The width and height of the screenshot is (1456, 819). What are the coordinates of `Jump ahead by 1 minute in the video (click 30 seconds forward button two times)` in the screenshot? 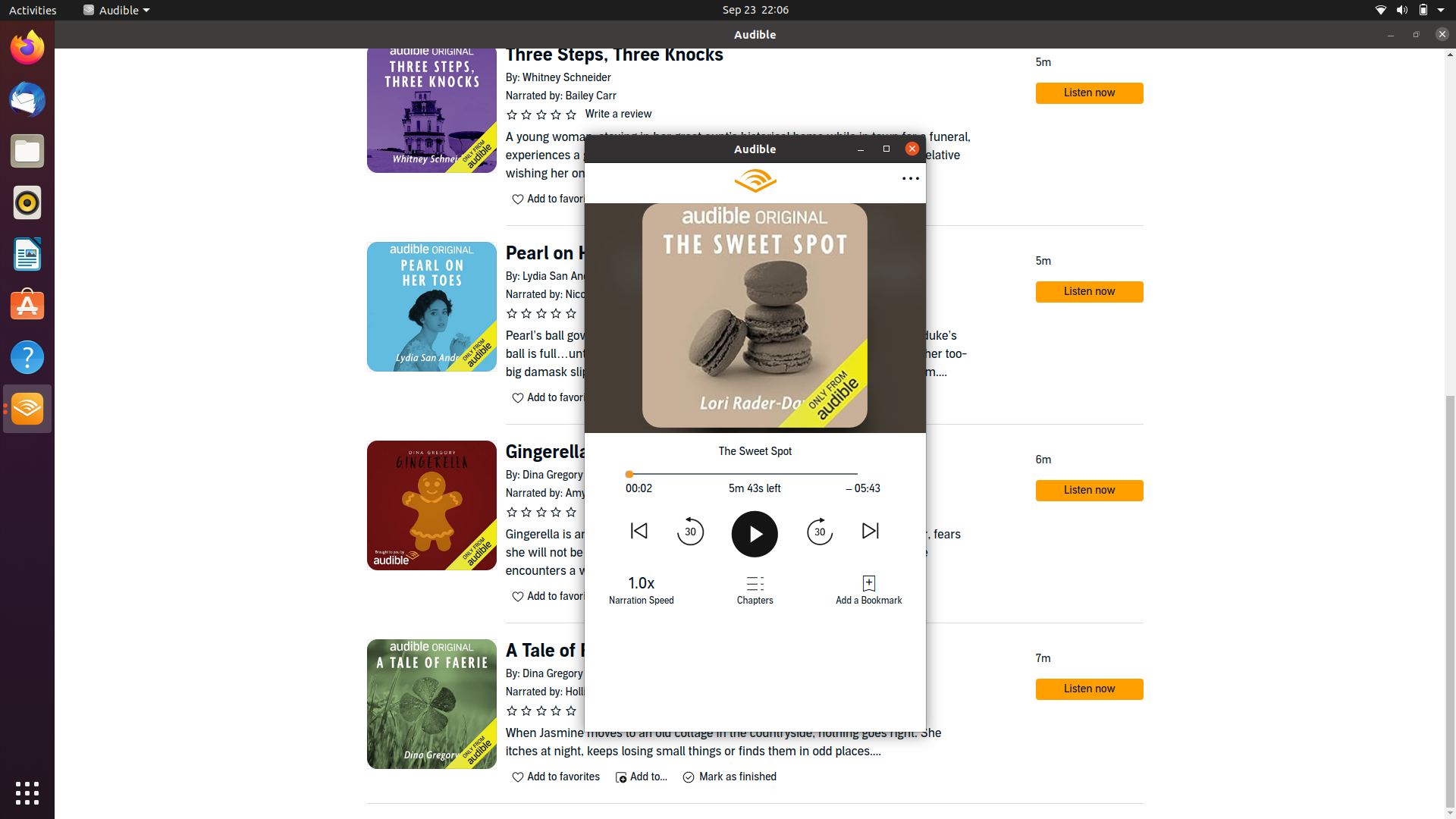 It's located at (818, 529).